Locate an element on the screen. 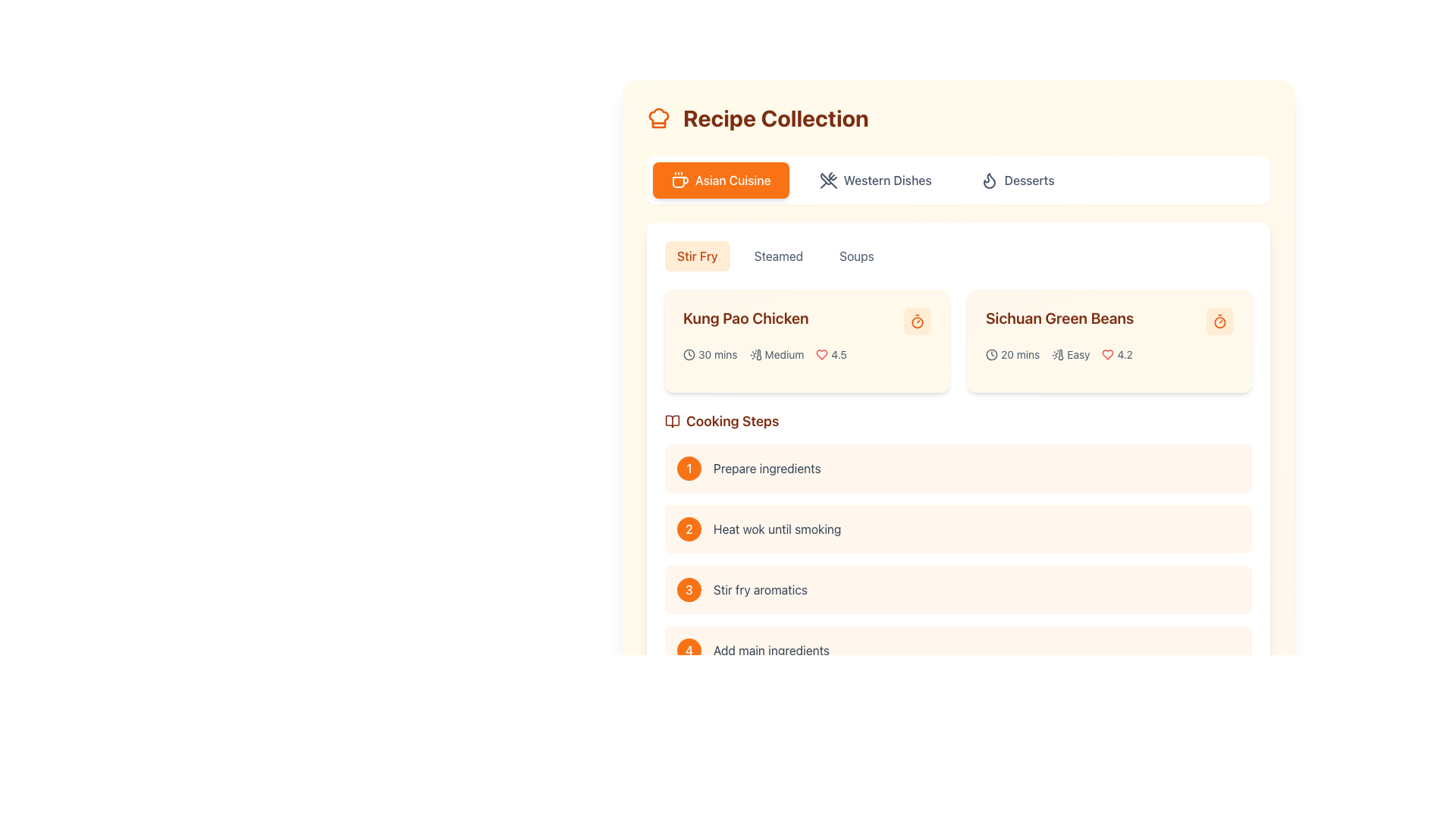 This screenshot has height=819, width=1456. the 'Recipe Collection' text label, which is bold, prominently displayed in a large stylish font, and colored orange, located centrally near the top of the interface is located at coordinates (776, 117).